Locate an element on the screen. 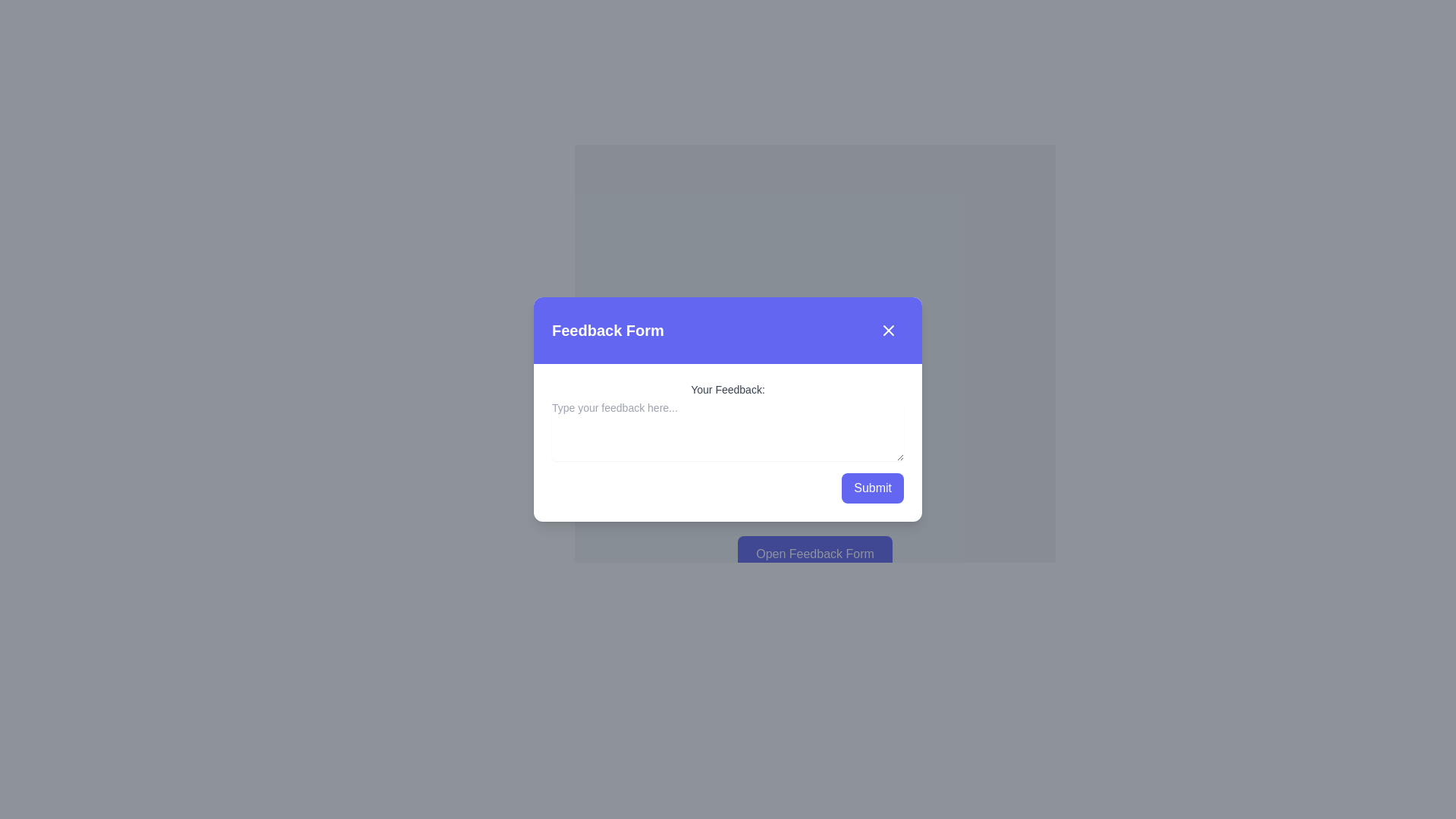 This screenshot has width=1456, height=819. the 'Submit' button with a blue background and white text located at the bottom-right corner of the feedback form modal is located at coordinates (873, 488).